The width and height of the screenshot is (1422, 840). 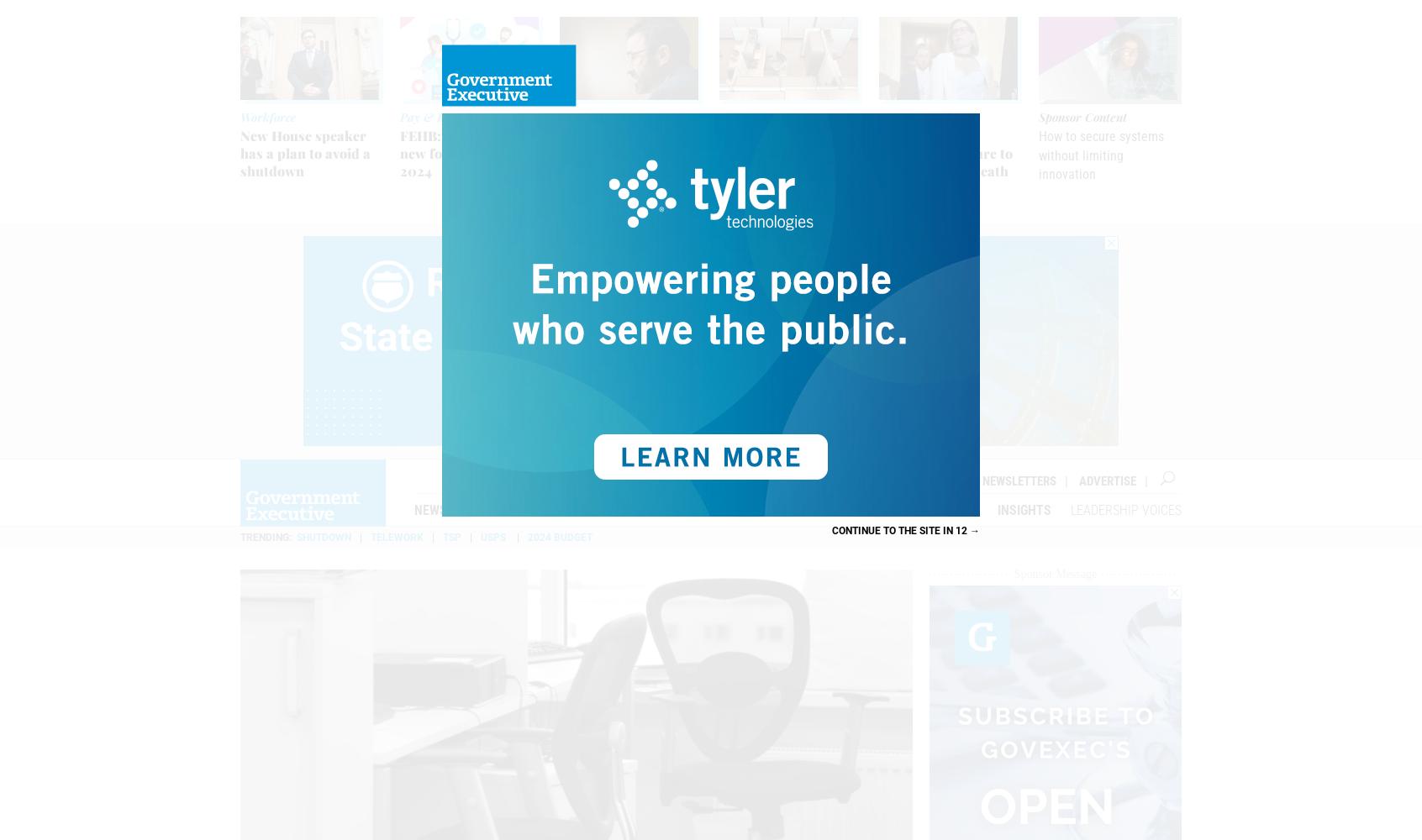 What do you see at coordinates (789, 170) in the screenshot?
I see `'GAO: OMB should set office space benchmarks accounting for telework reality'` at bounding box center [789, 170].